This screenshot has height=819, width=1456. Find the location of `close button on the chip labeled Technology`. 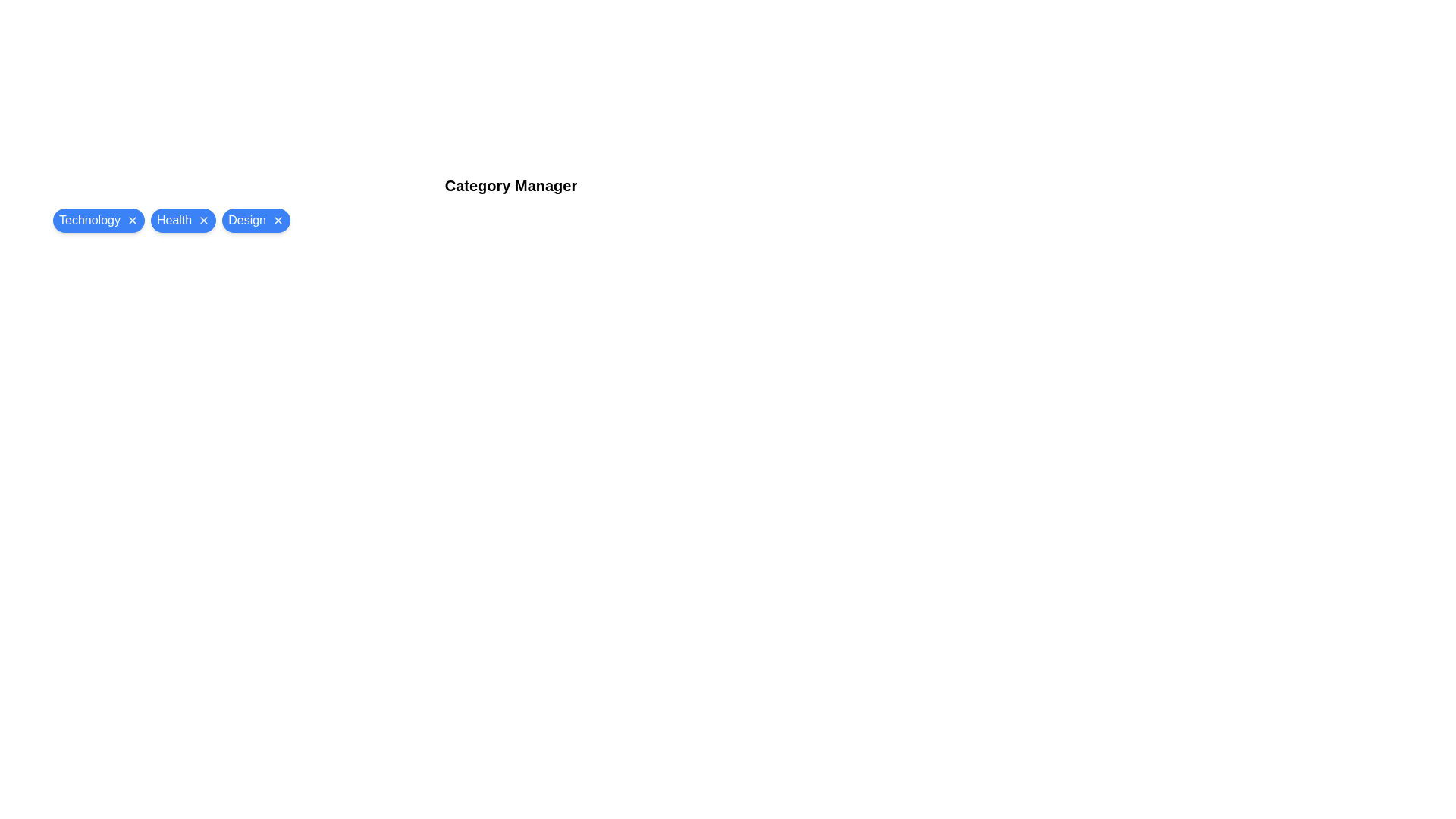

close button on the chip labeled Technology is located at coordinates (132, 220).